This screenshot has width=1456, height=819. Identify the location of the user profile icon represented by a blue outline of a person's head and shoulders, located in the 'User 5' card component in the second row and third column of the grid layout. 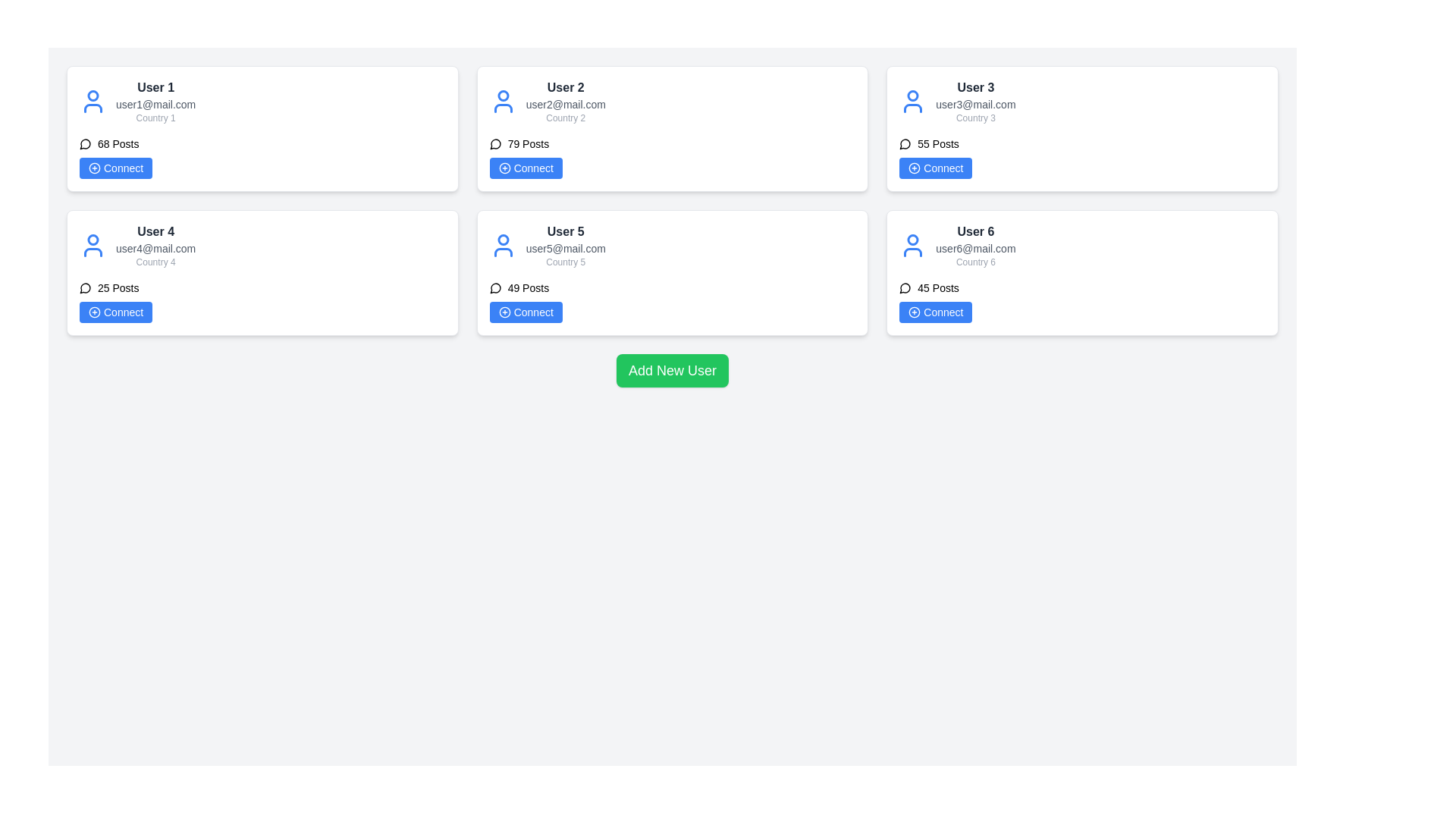
(503, 245).